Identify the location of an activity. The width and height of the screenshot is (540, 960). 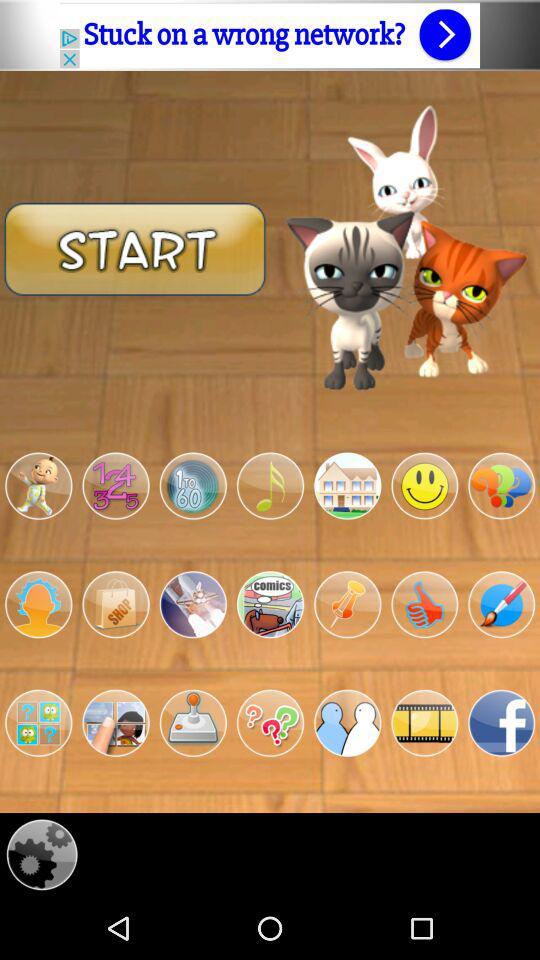
(346, 485).